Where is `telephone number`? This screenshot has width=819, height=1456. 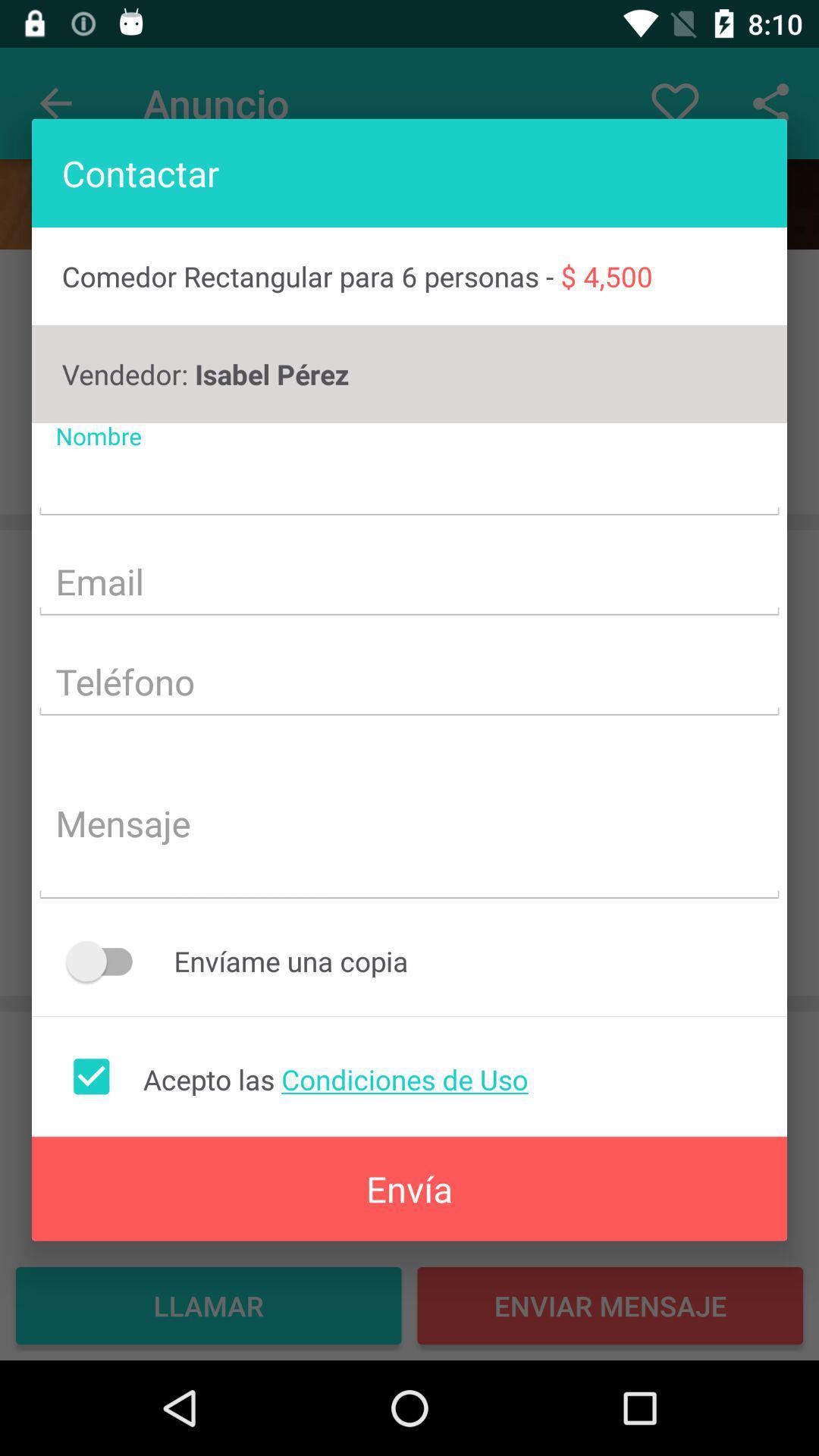 telephone number is located at coordinates (409, 683).